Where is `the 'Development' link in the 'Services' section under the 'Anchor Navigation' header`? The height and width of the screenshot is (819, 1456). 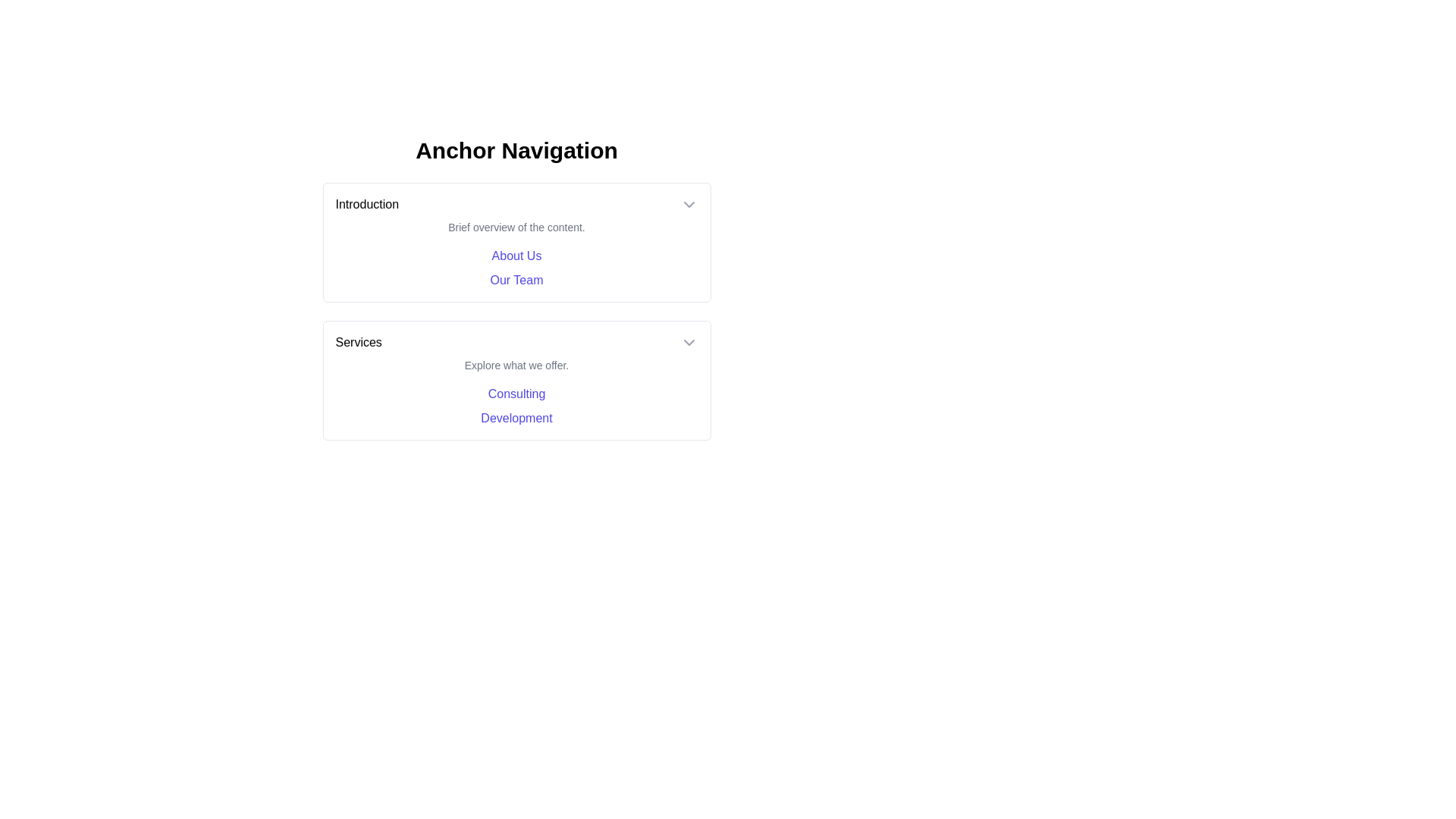
the 'Development' link in the 'Services' section under the 'Anchor Navigation' header is located at coordinates (516, 418).